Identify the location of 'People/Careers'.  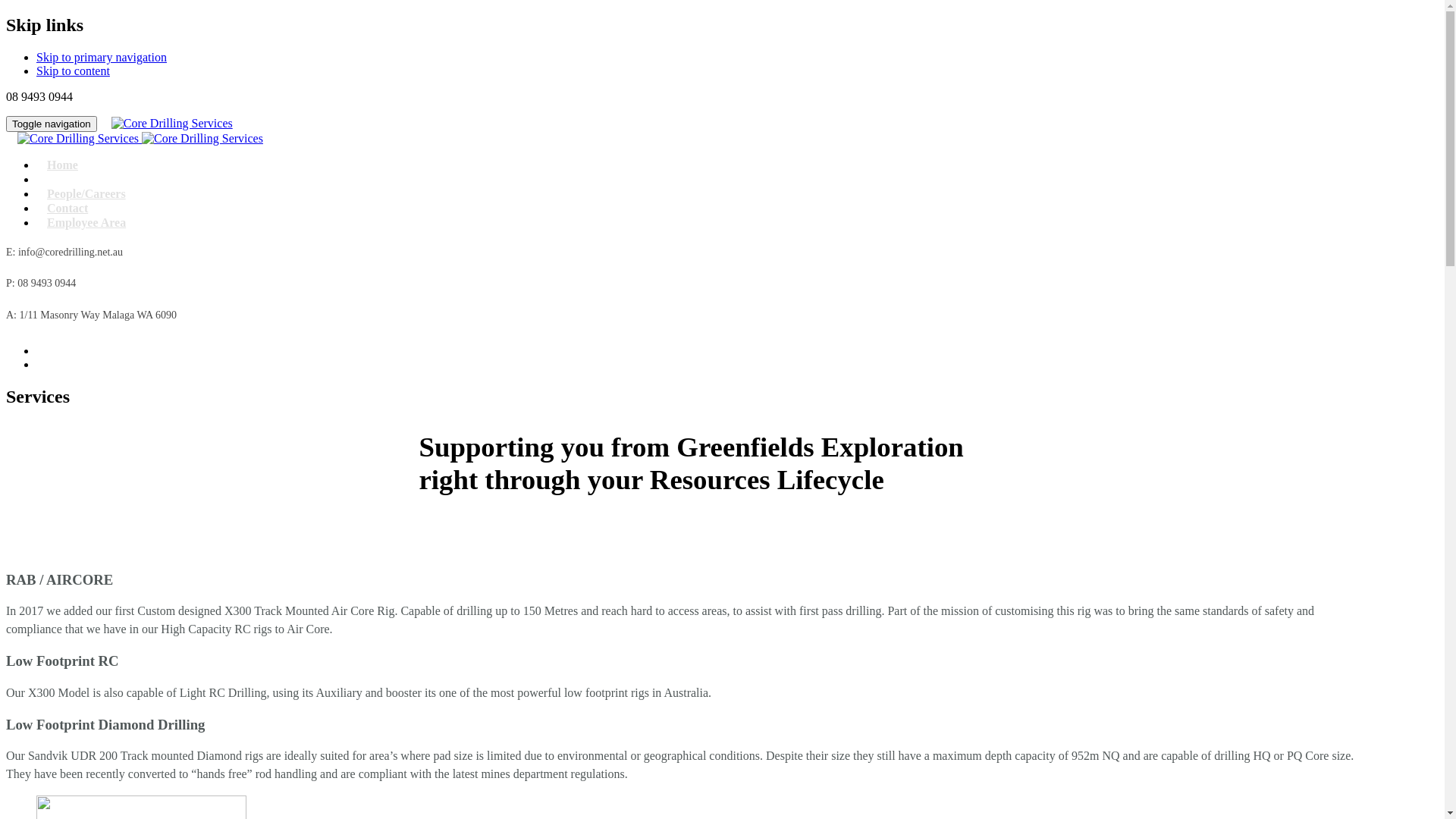
(86, 193).